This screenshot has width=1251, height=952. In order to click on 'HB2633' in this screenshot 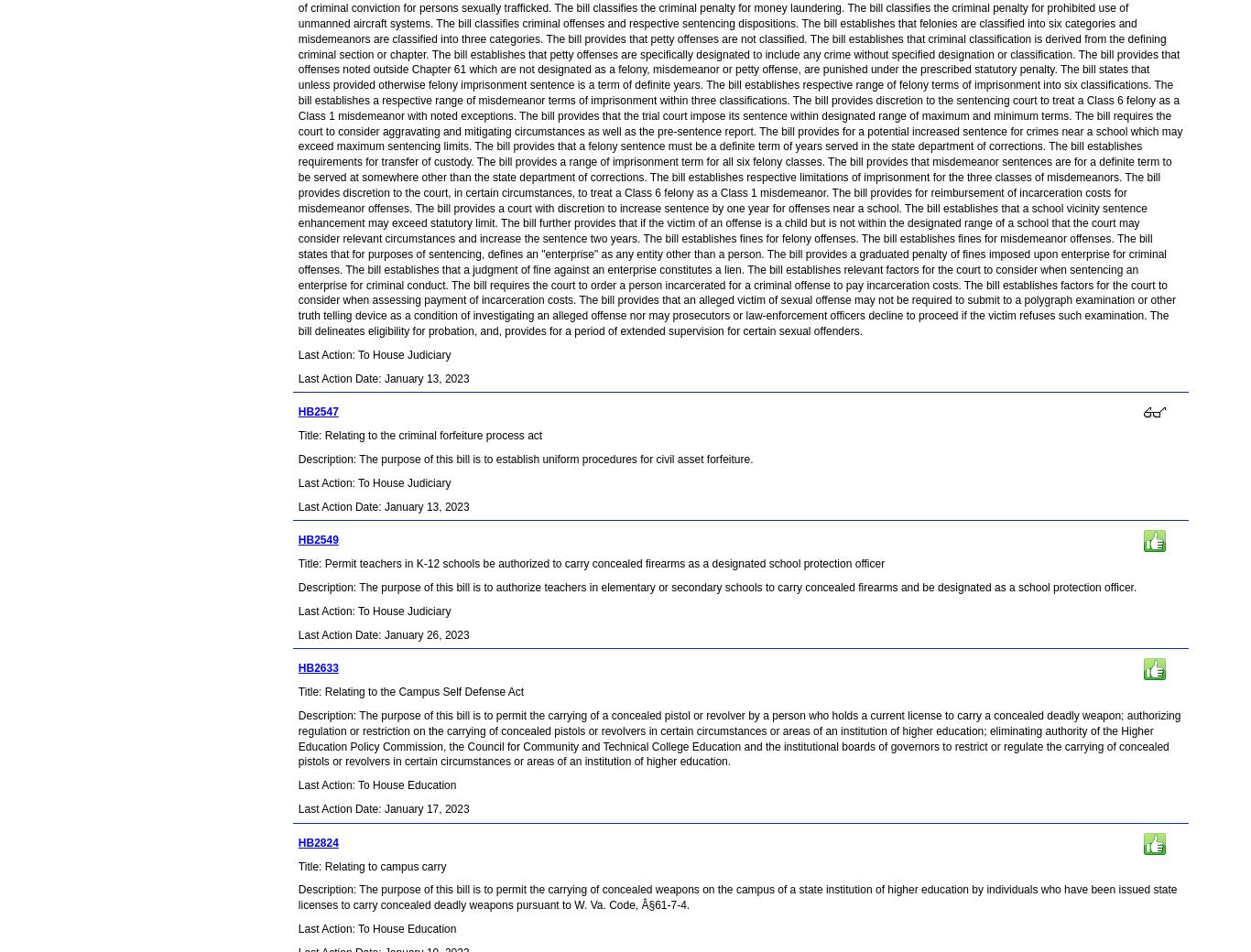, I will do `click(297, 667)`.